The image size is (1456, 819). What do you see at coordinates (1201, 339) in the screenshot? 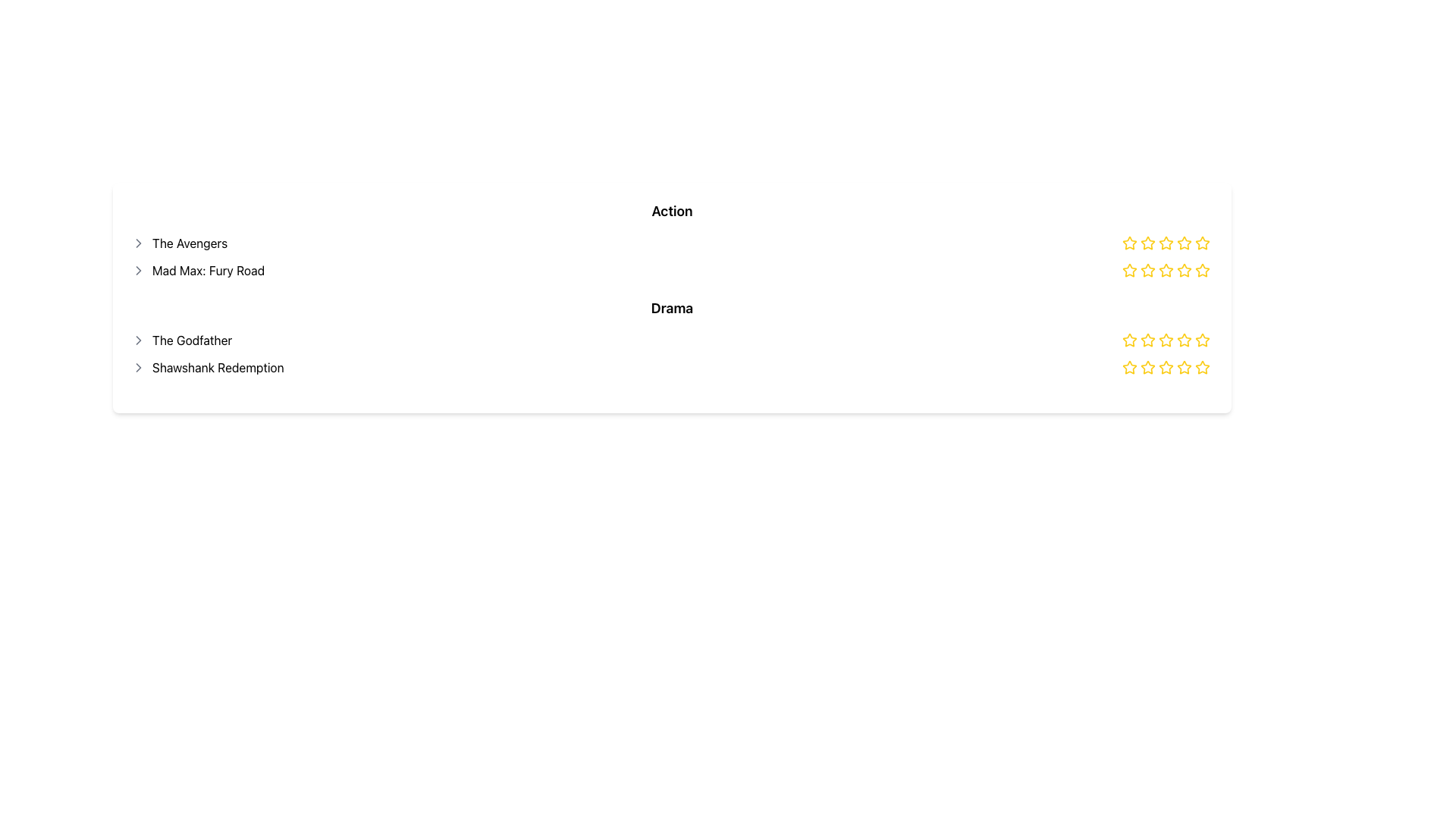
I see `the third star in the star rating component` at bounding box center [1201, 339].